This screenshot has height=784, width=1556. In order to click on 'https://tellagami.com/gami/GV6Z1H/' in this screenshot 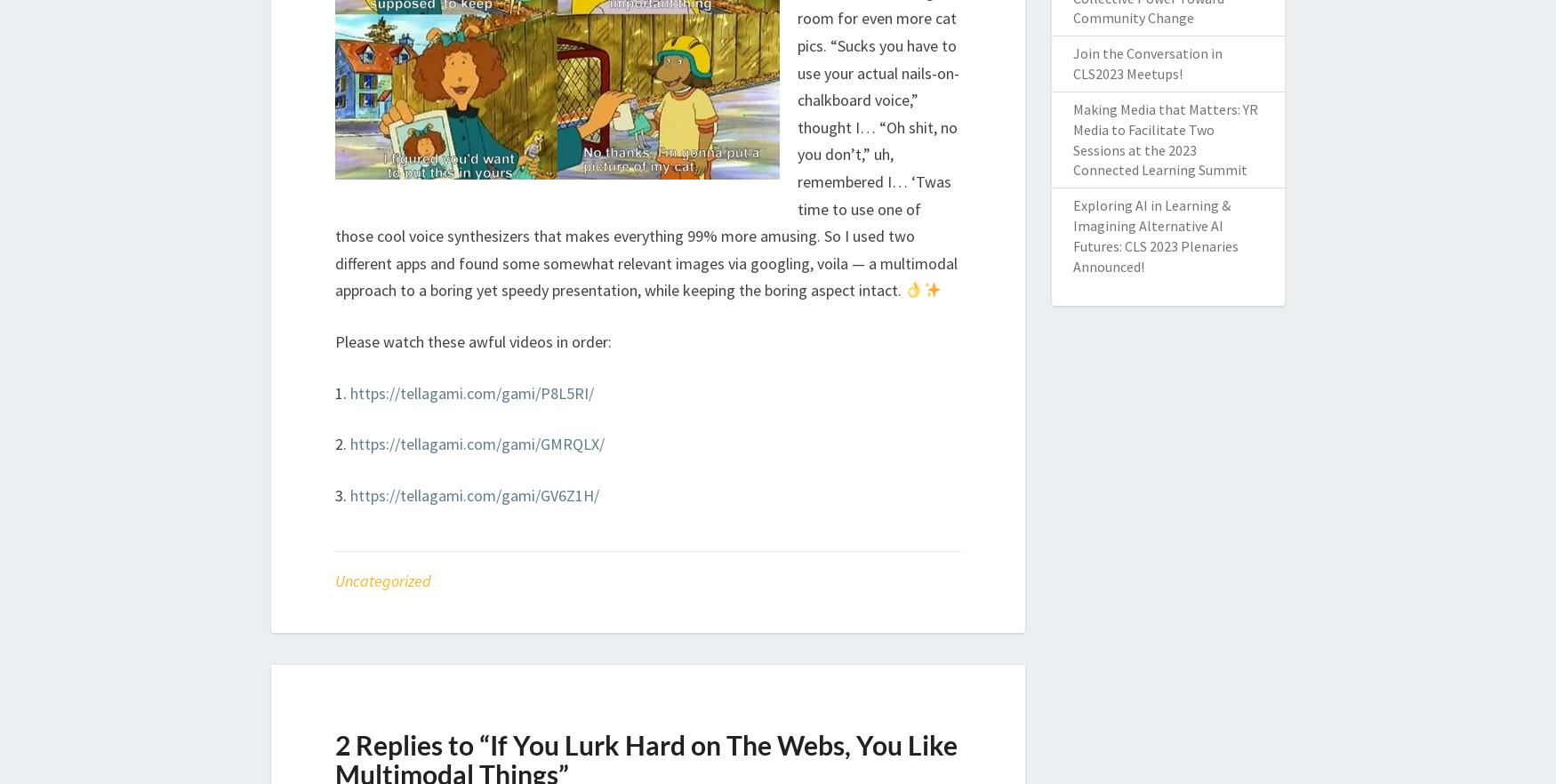, I will do `click(473, 493)`.